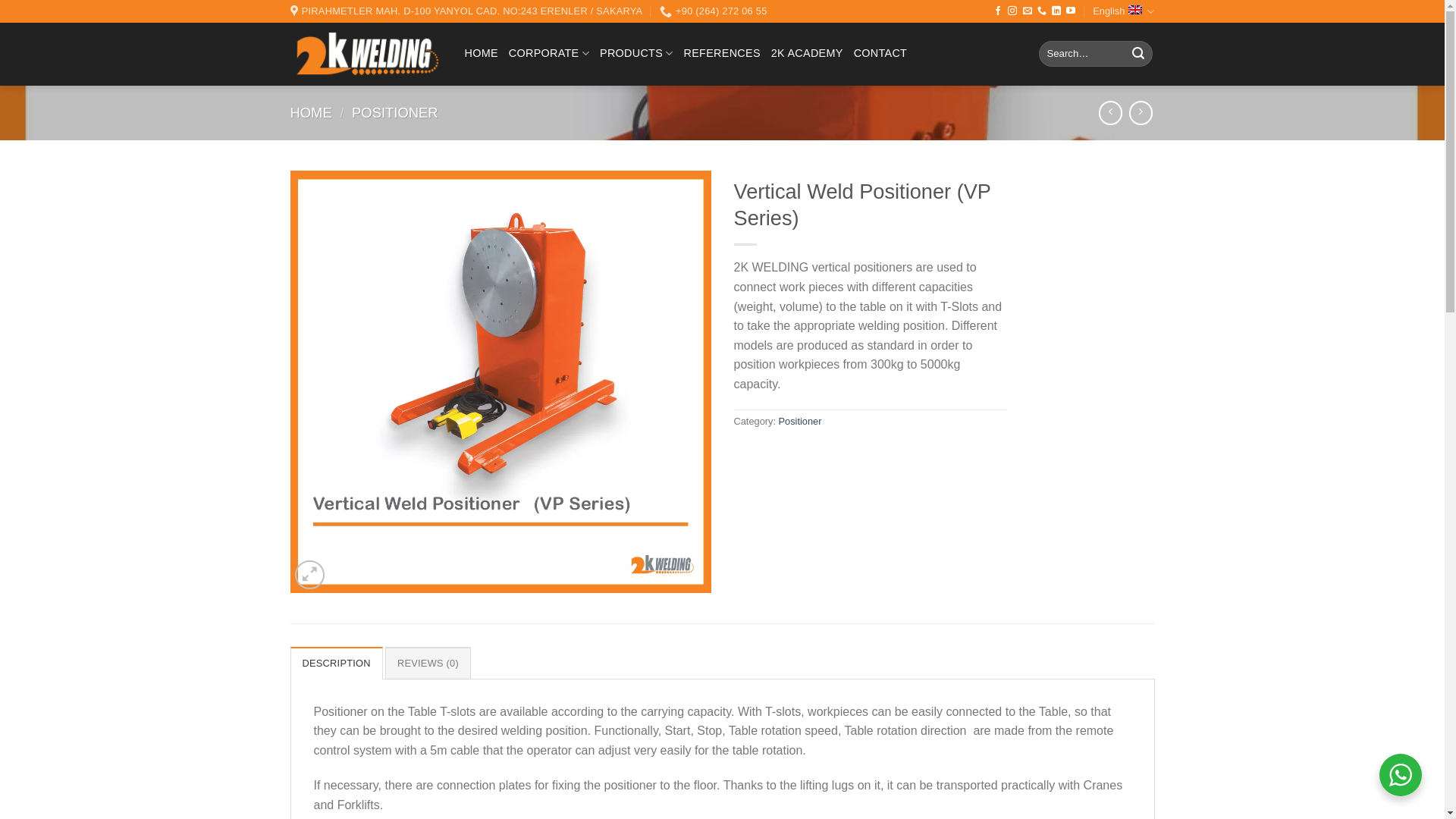 This screenshot has width=1456, height=819. I want to click on 'DESCRIPTION', so click(334, 662).